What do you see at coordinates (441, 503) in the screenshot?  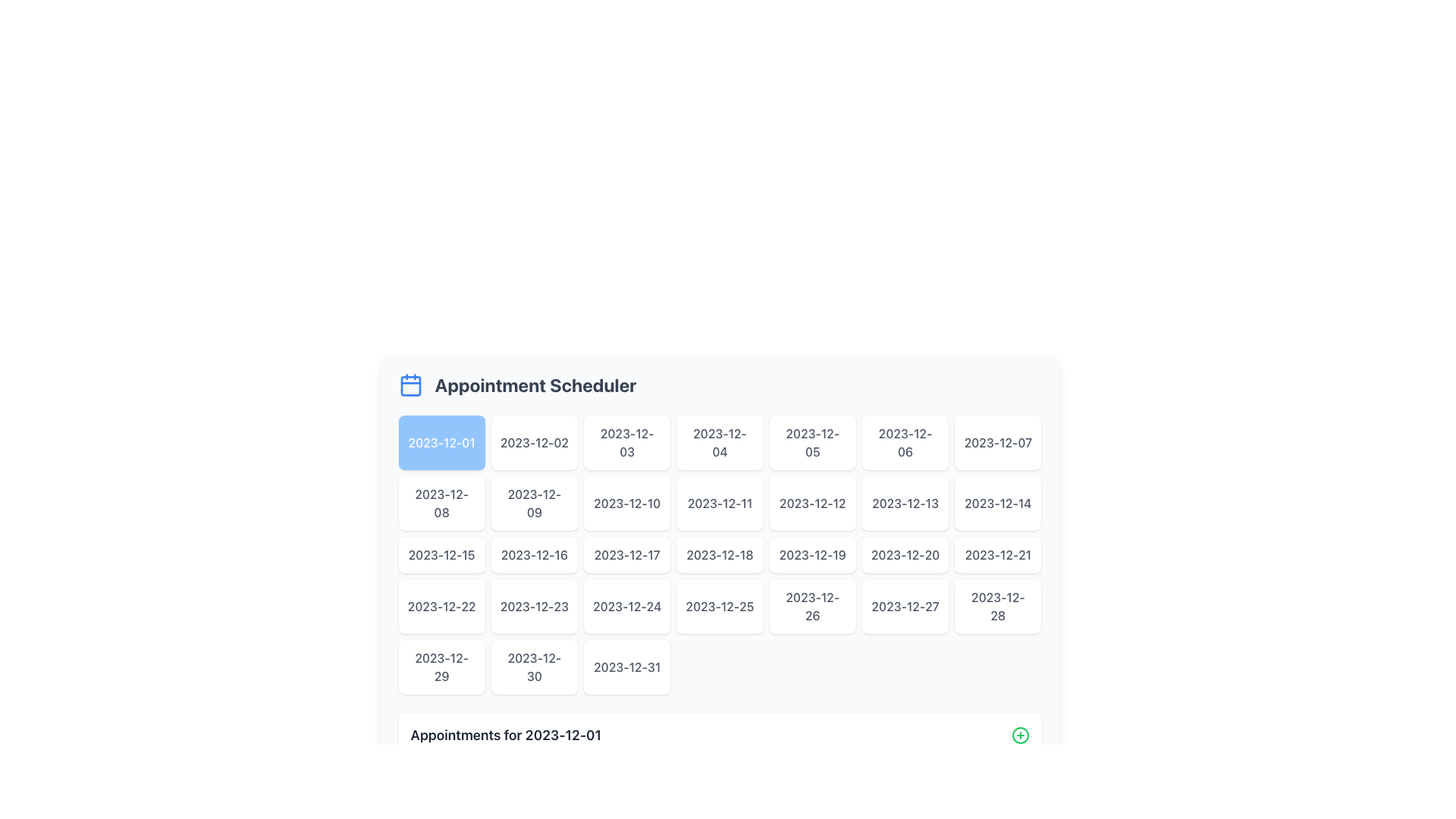 I see `the button with rounded corners displaying '2023-12-08'` at bounding box center [441, 503].